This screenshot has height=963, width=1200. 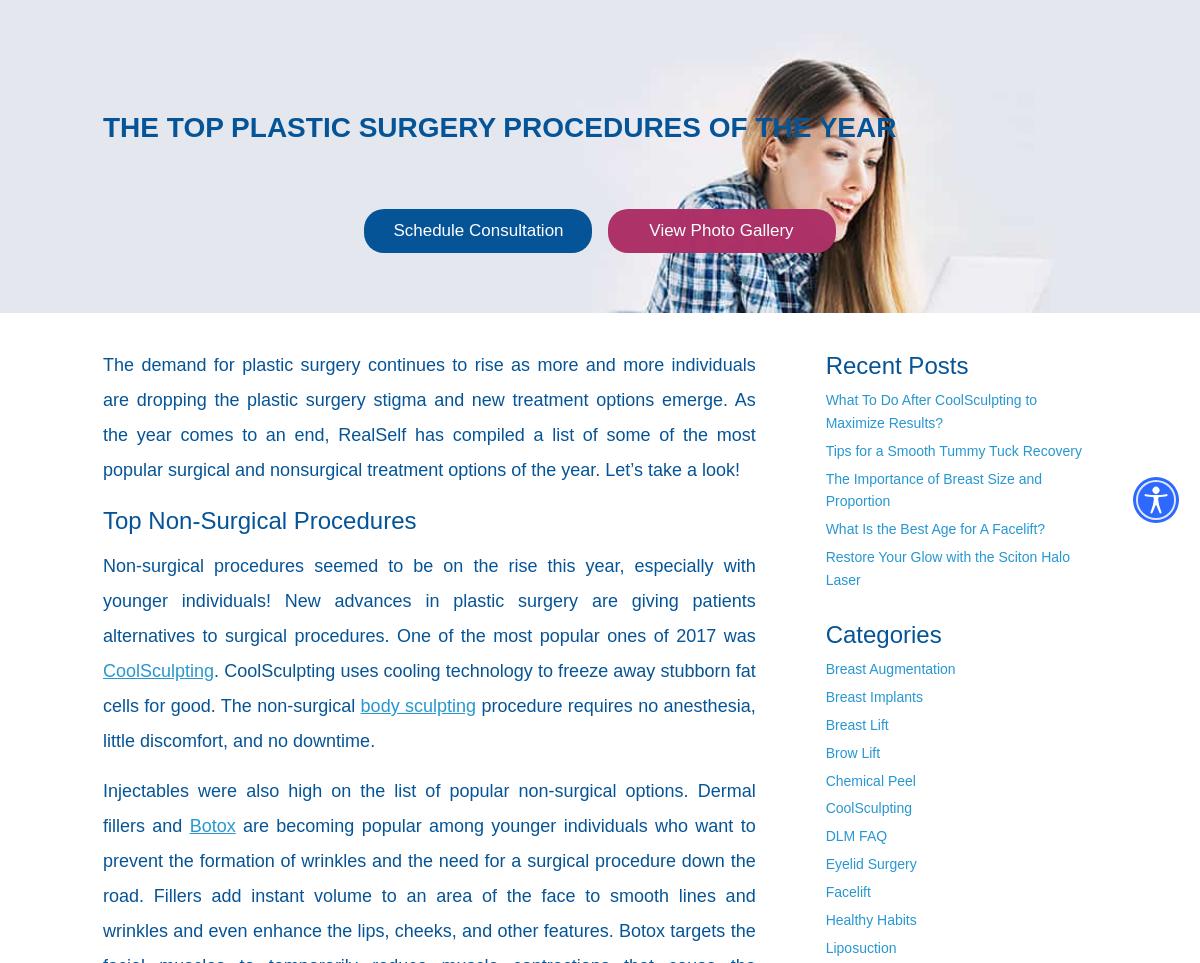 I want to click on 'View Photo Gallery', so click(x=720, y=229).